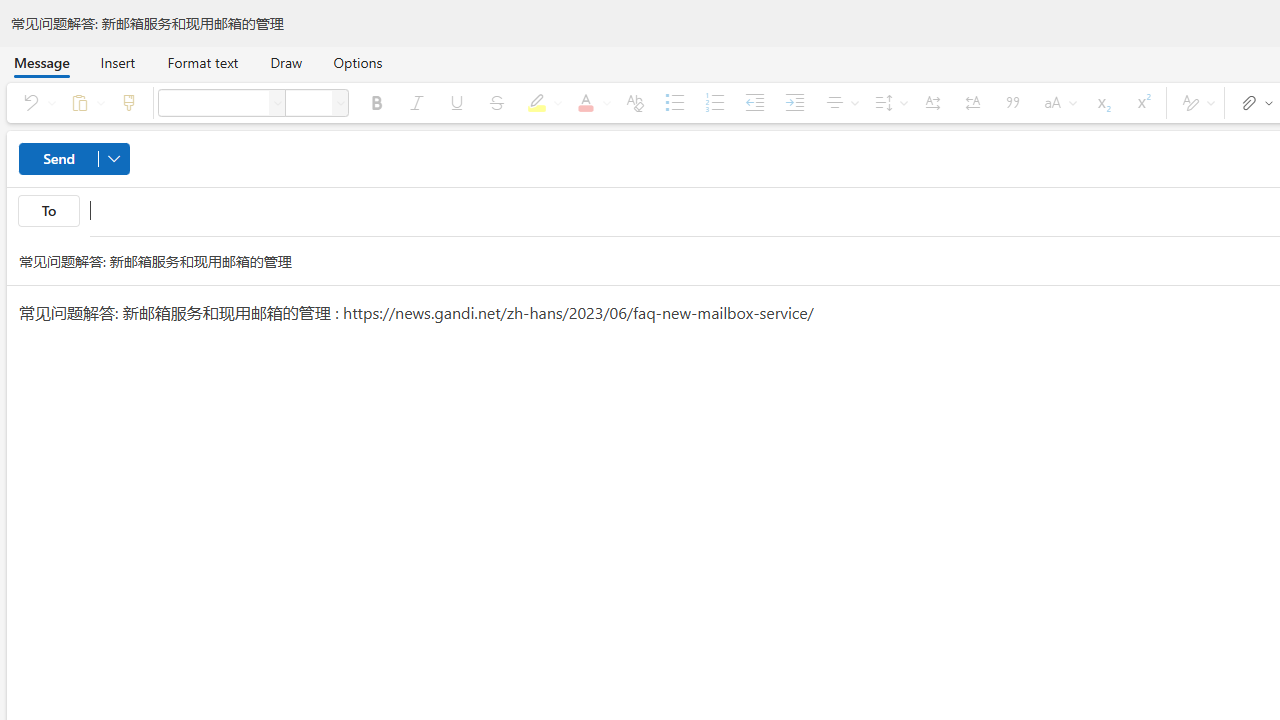 This screenshot has height=720, width=1280. What do you see at coordinates (116, 61) in the screenshot?
I see `'Insert'` at bounding box center [116, 61].